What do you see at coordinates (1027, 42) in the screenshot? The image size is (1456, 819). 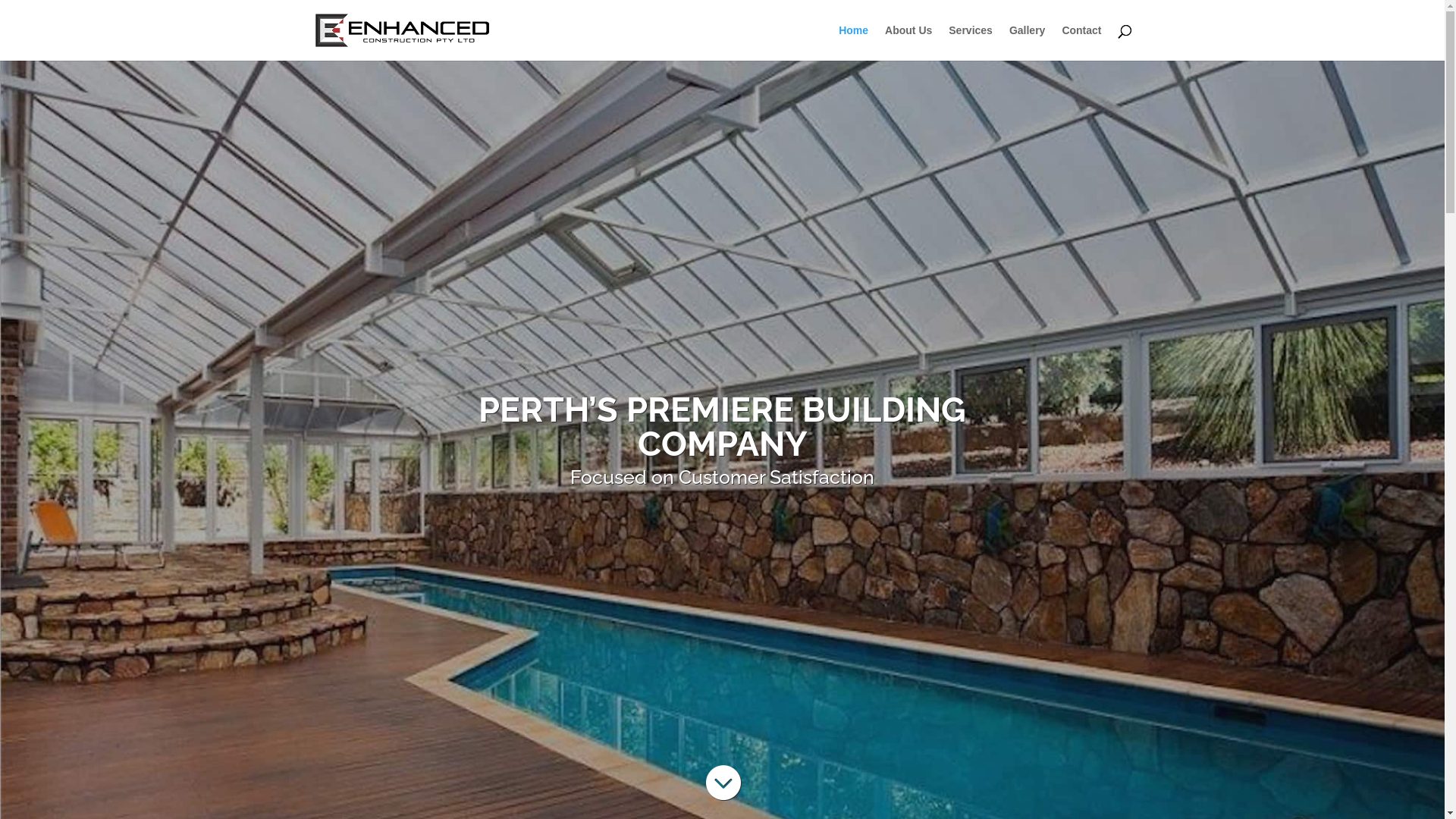 I see `'Gallery'` at bounding box center [1027, 42].